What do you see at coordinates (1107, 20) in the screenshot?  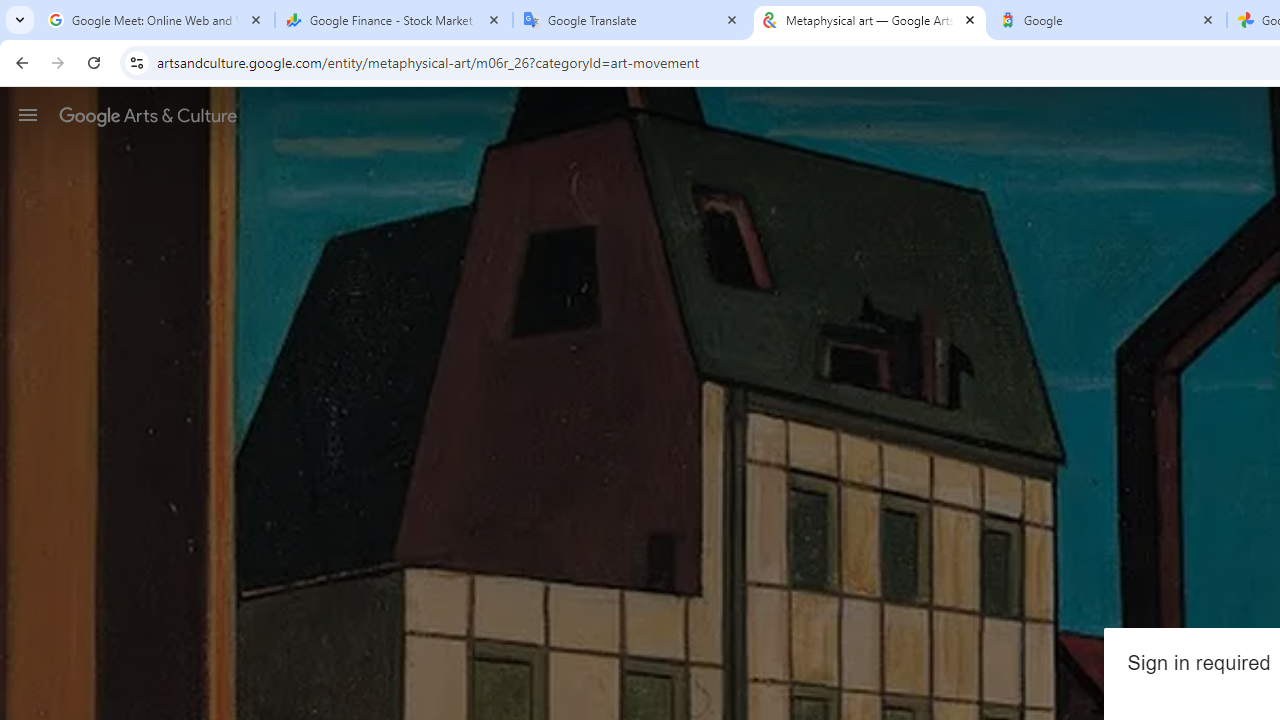 I see `'Google'` at bounding box center [1107, 20].